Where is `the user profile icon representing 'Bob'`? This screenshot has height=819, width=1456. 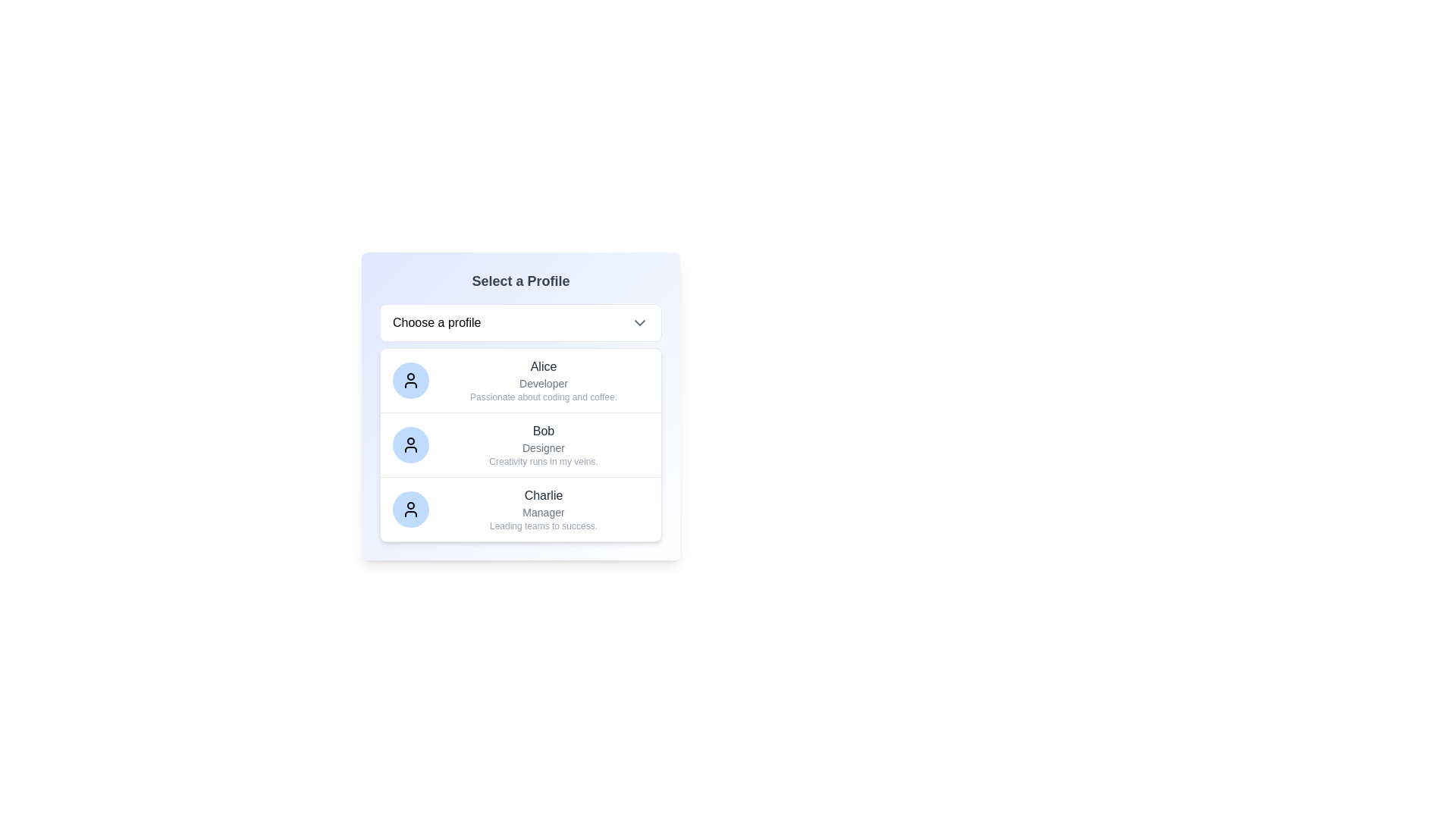 the user profile icon representing 'Bob' is located at coordinates (411, 444).